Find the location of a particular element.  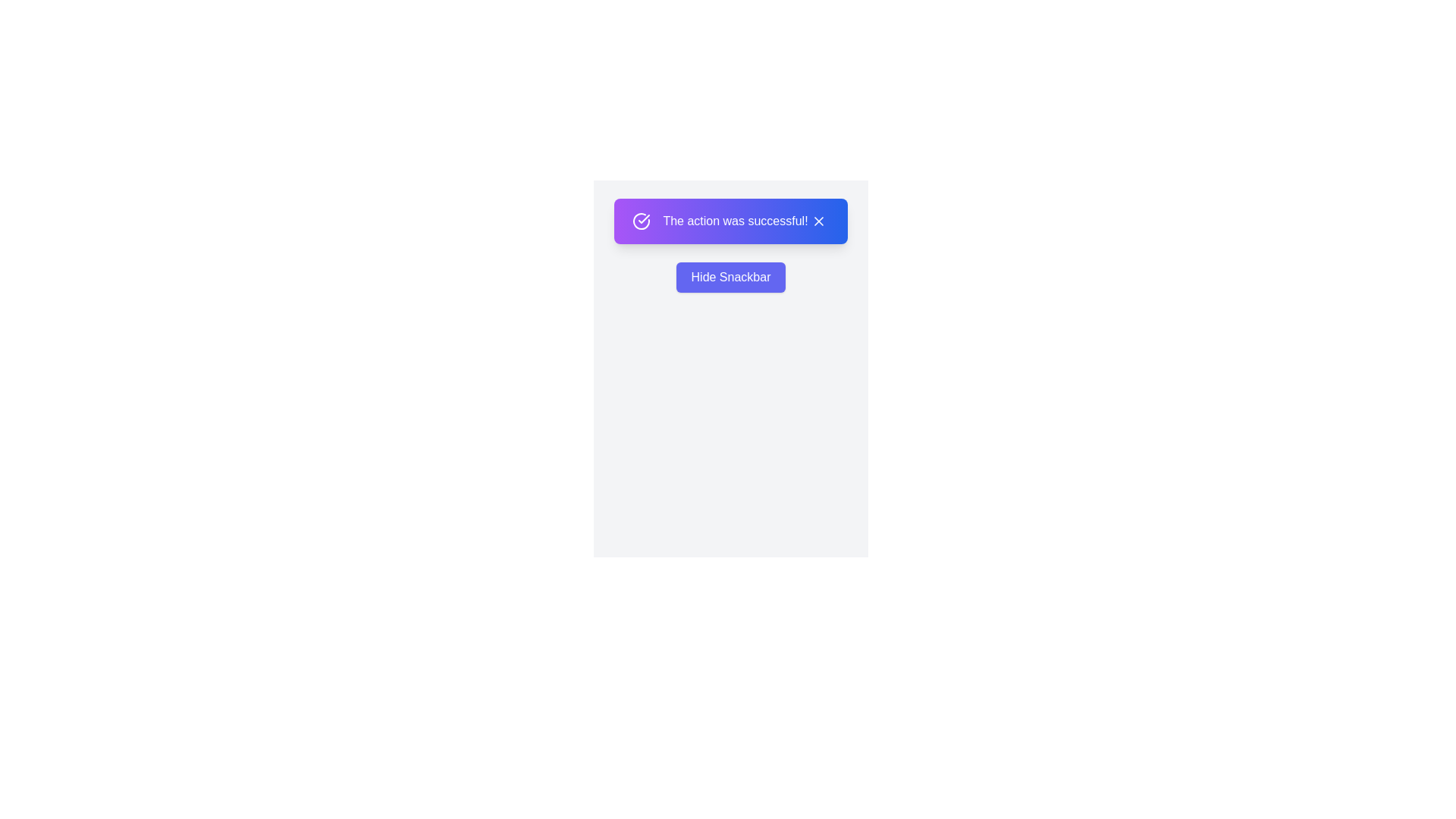

the 'Hide Snackbar' button is located at coordinates (731, 278).